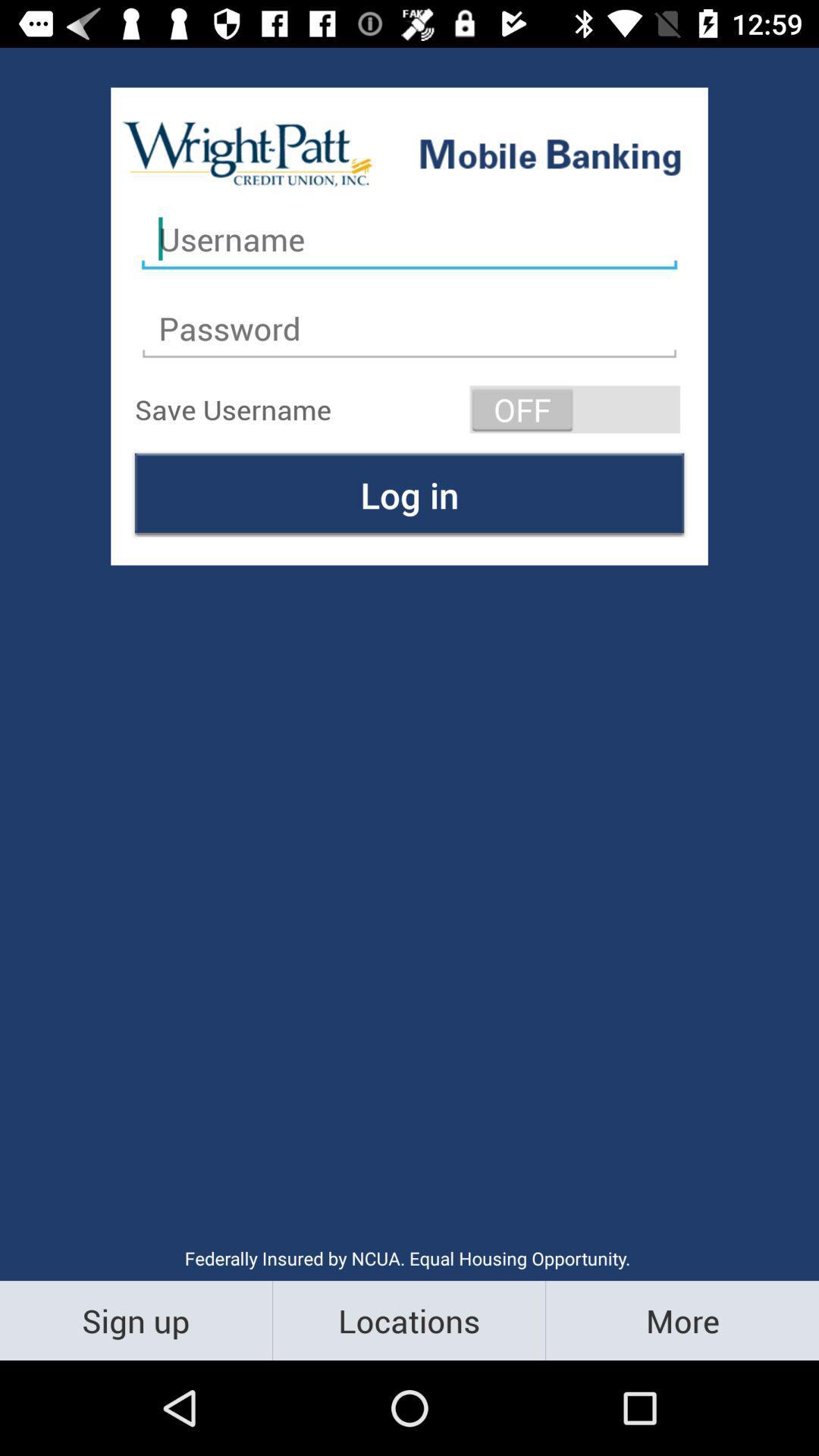 Image resolution: width=819 pixels, height=1456 pixels. Describe the element at coordinates (409, 494) in the screenshot. I see `the item at the center` at that location.